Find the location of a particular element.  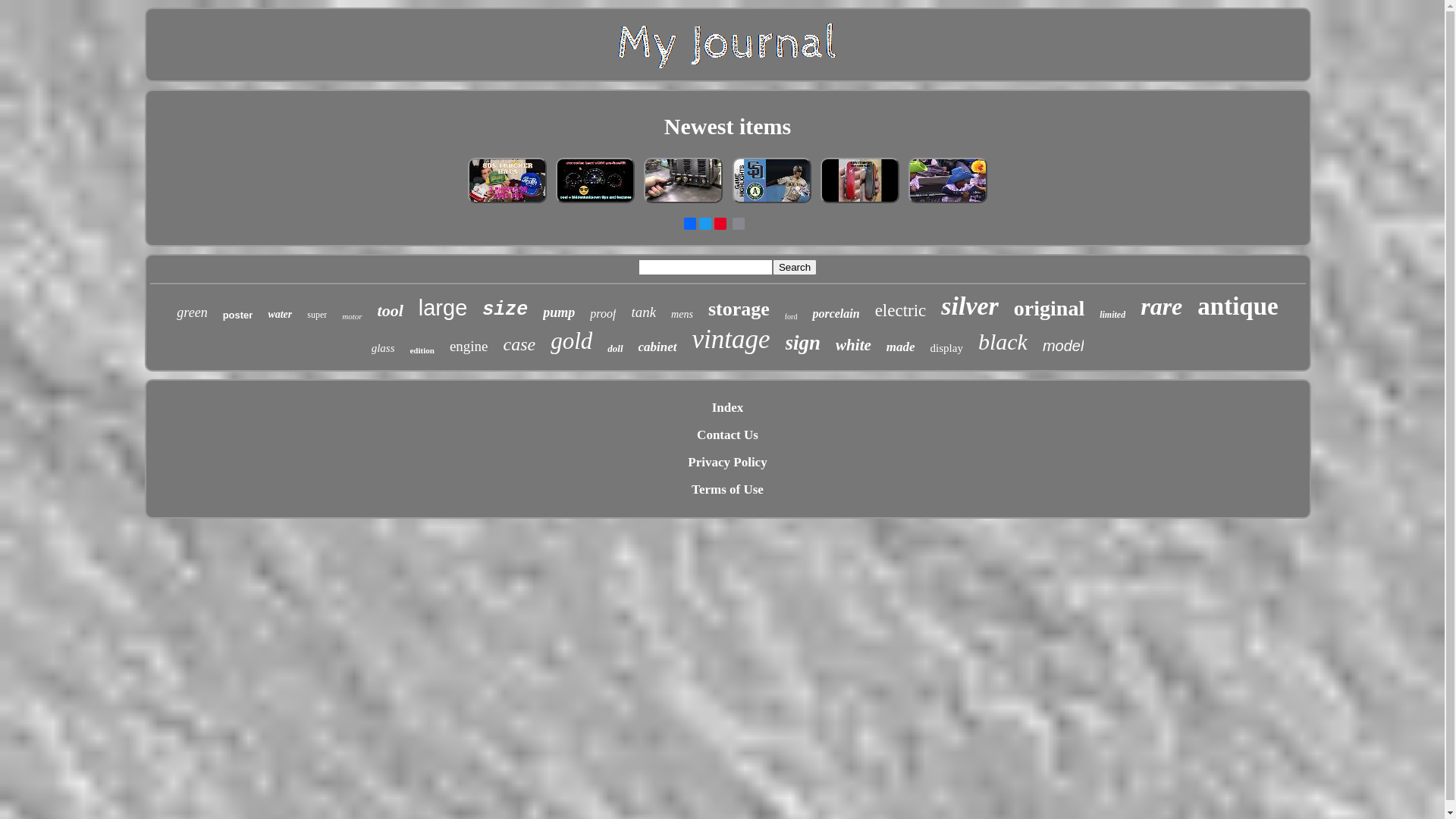

'display' is located at coordinates (946, 348).